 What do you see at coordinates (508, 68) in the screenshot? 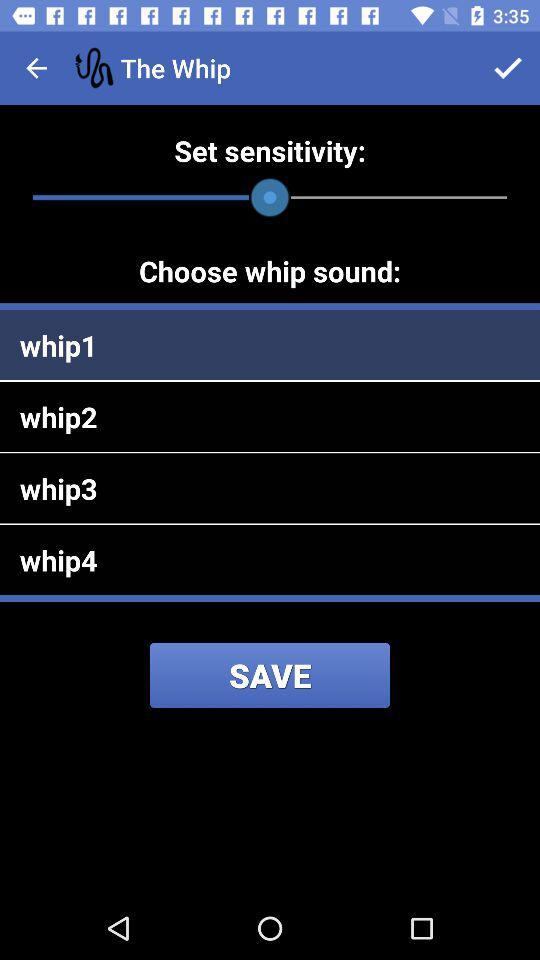
I see `the item at the top right corner` at bounding box center [508, 68].